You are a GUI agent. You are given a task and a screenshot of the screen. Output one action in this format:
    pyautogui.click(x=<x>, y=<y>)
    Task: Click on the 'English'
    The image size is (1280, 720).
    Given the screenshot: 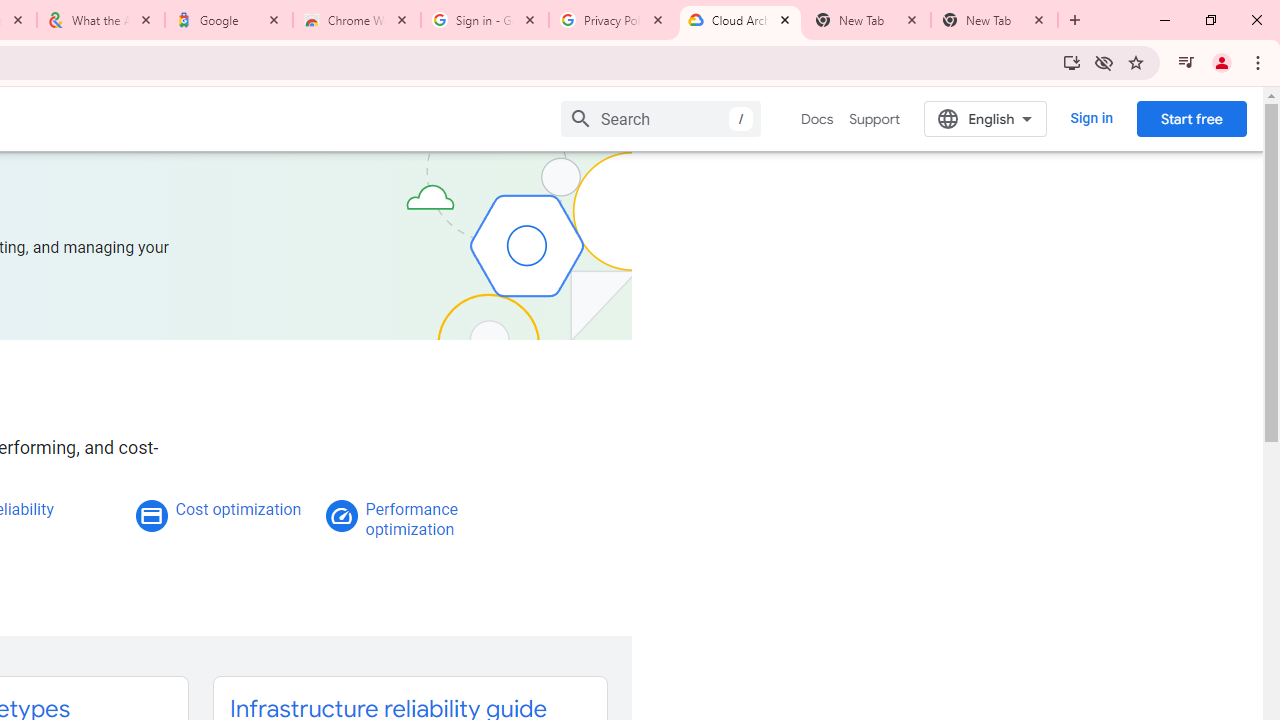 What is the action you would take?
    pyautogui.click(x=985, y=118)
    